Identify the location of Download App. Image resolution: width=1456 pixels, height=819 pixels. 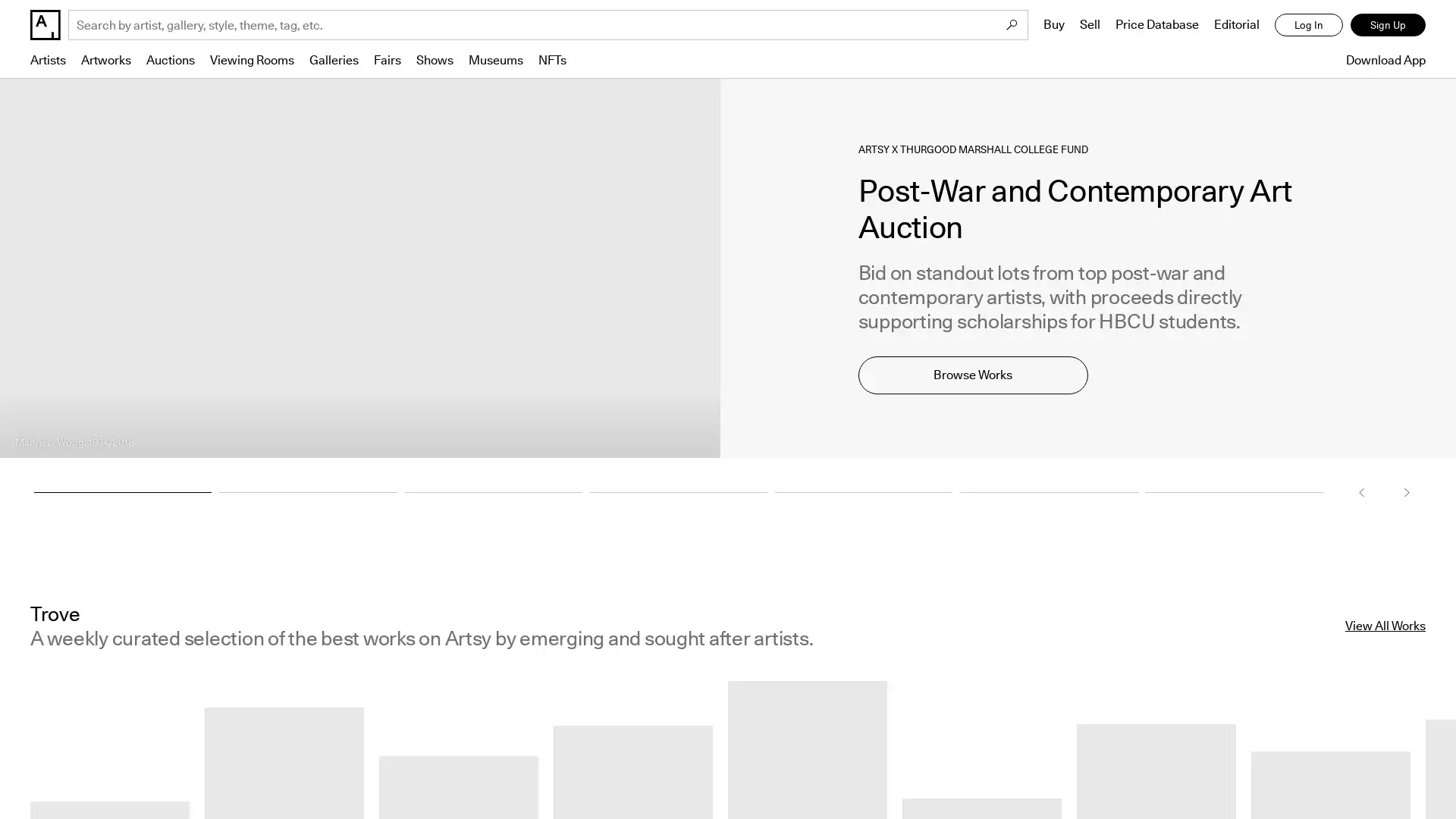
(1382, 59).